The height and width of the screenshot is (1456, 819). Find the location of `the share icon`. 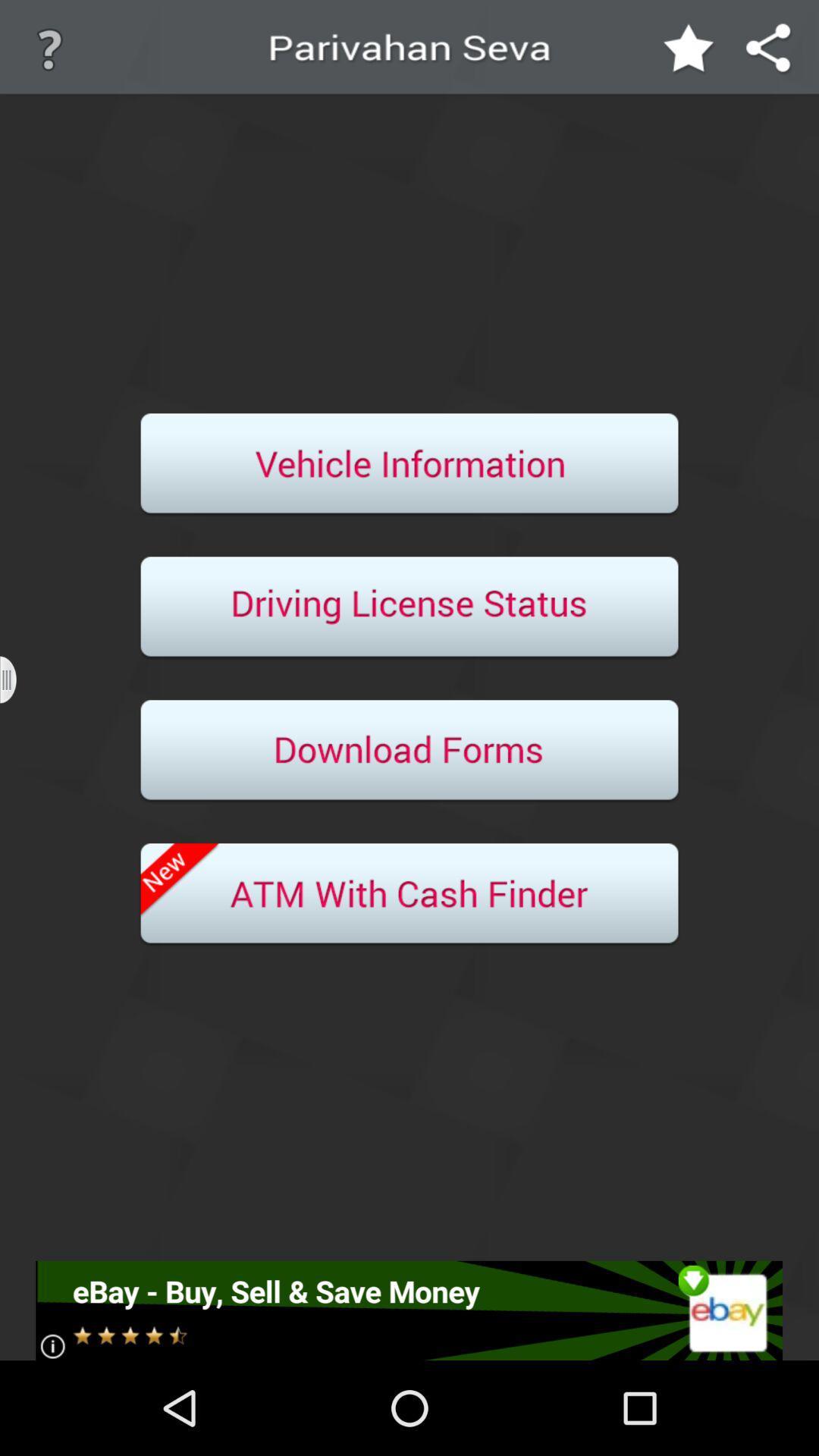

the share icon is located at coordinates (769, 53).